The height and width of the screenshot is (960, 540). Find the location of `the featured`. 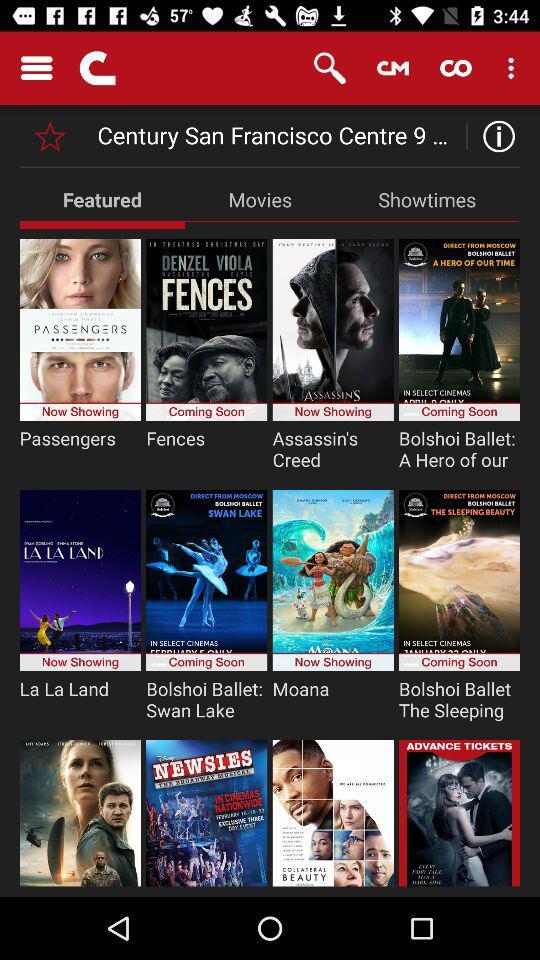

the featured is located at coordinates (102, 199).